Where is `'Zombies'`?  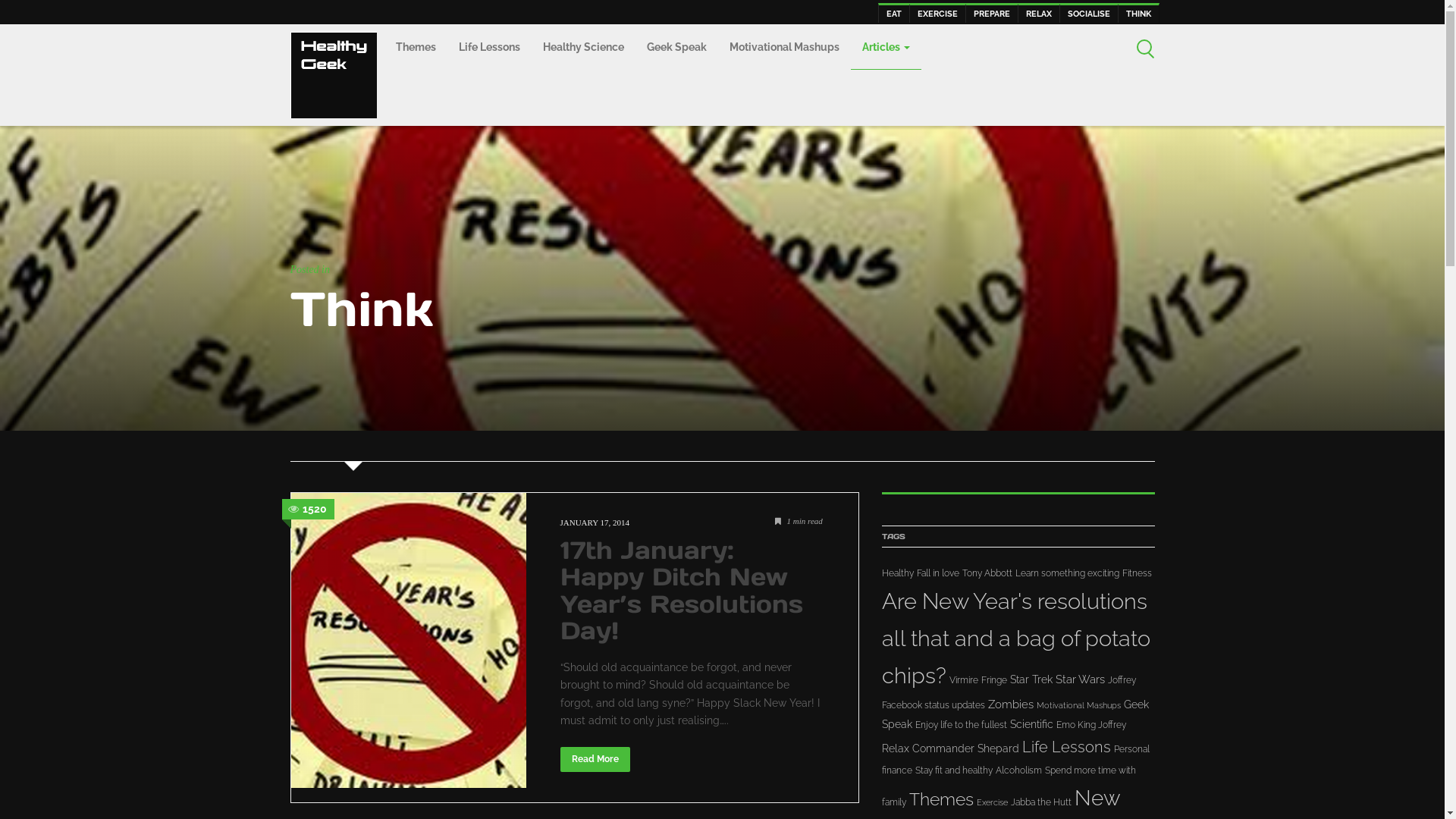
'Zombies' is located at coordinates (1009, 704).